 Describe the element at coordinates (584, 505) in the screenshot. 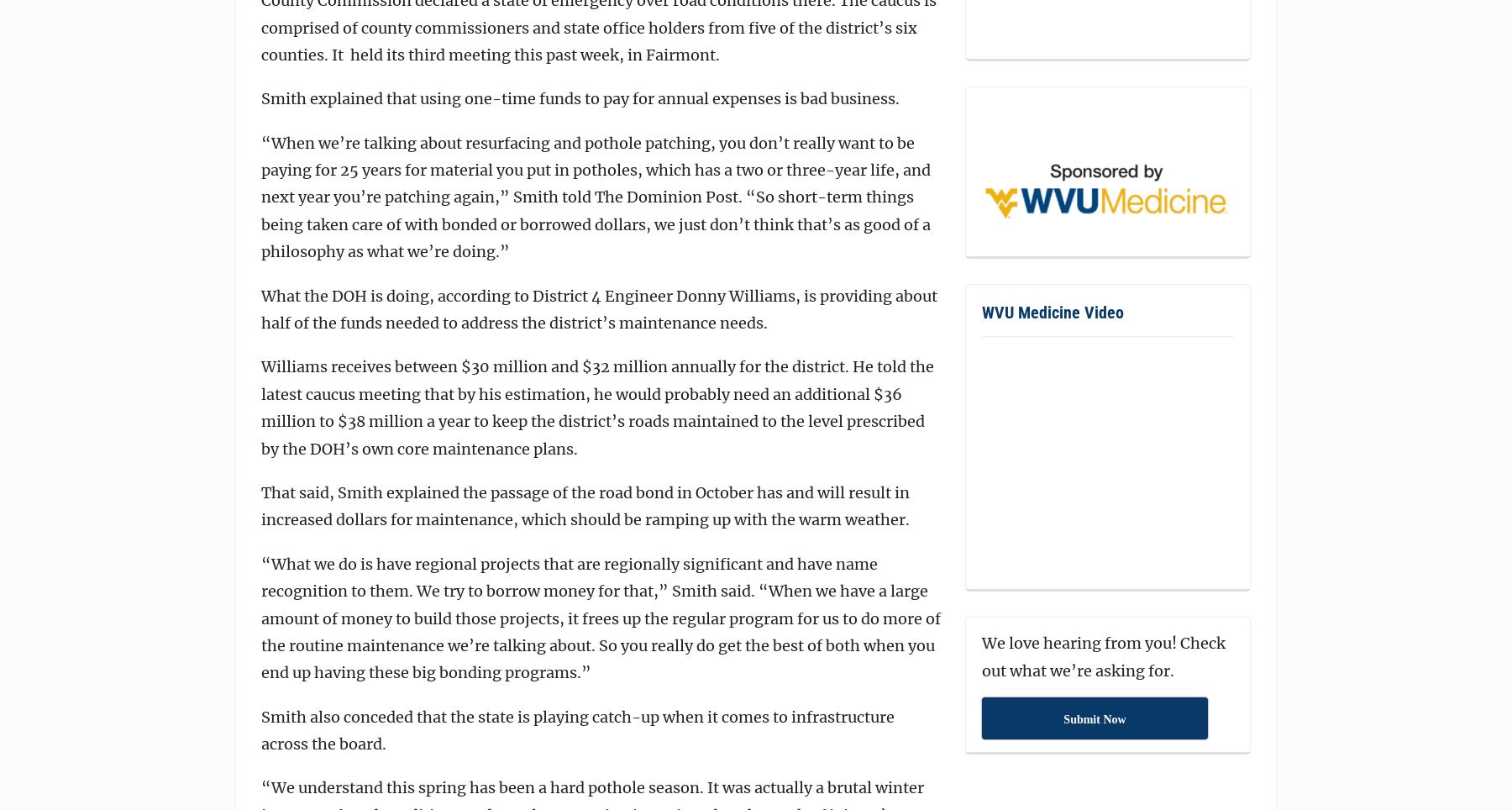

I see `'That said, Smith explained the passage of the road bond in October has and will result in increased dollars for maintenance, which should be ramping up with the warm weather.'` at that location.